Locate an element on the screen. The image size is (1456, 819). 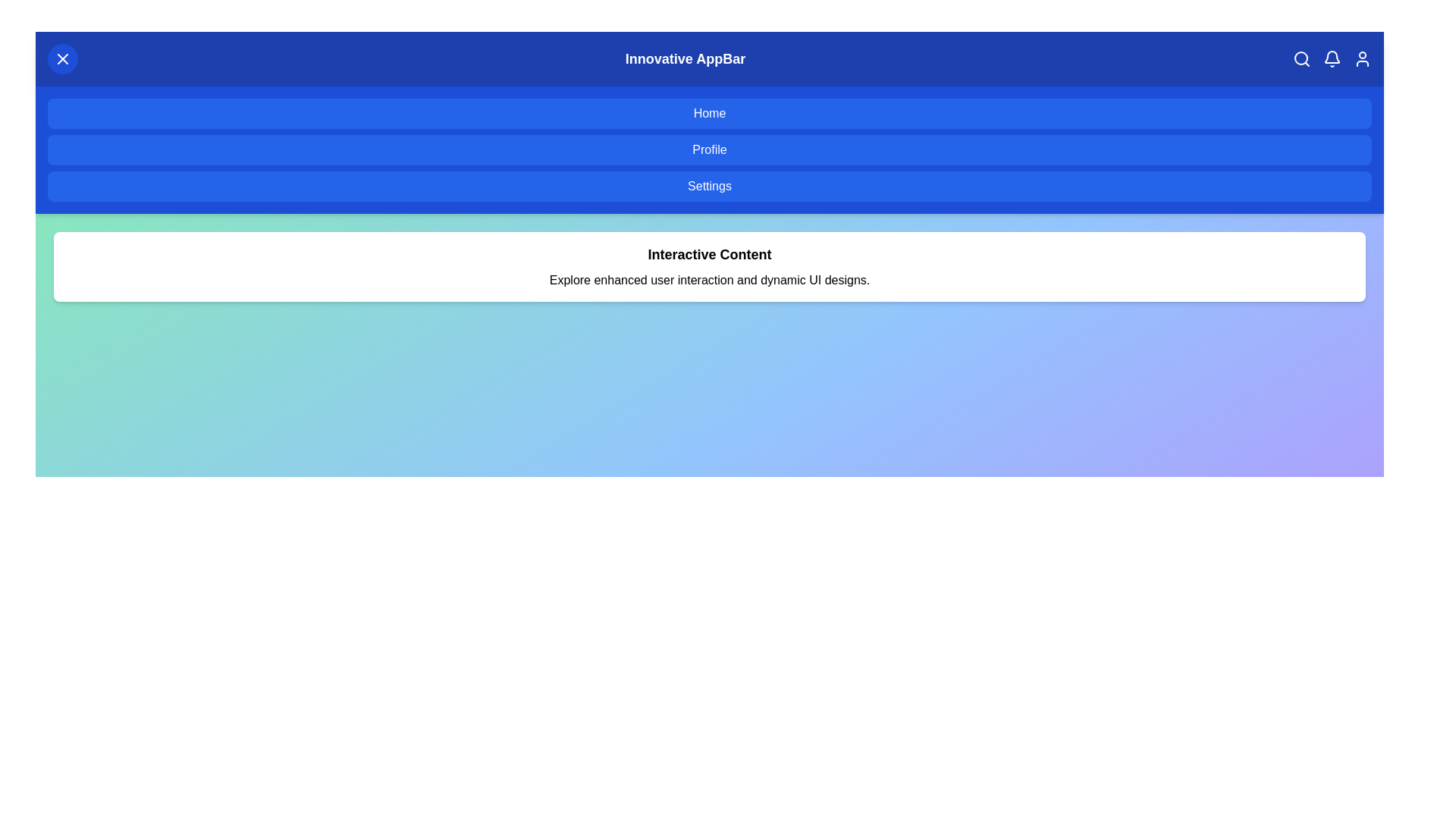
the toggle button in the header to toggle the menu state is located at coordinates (61, 58).